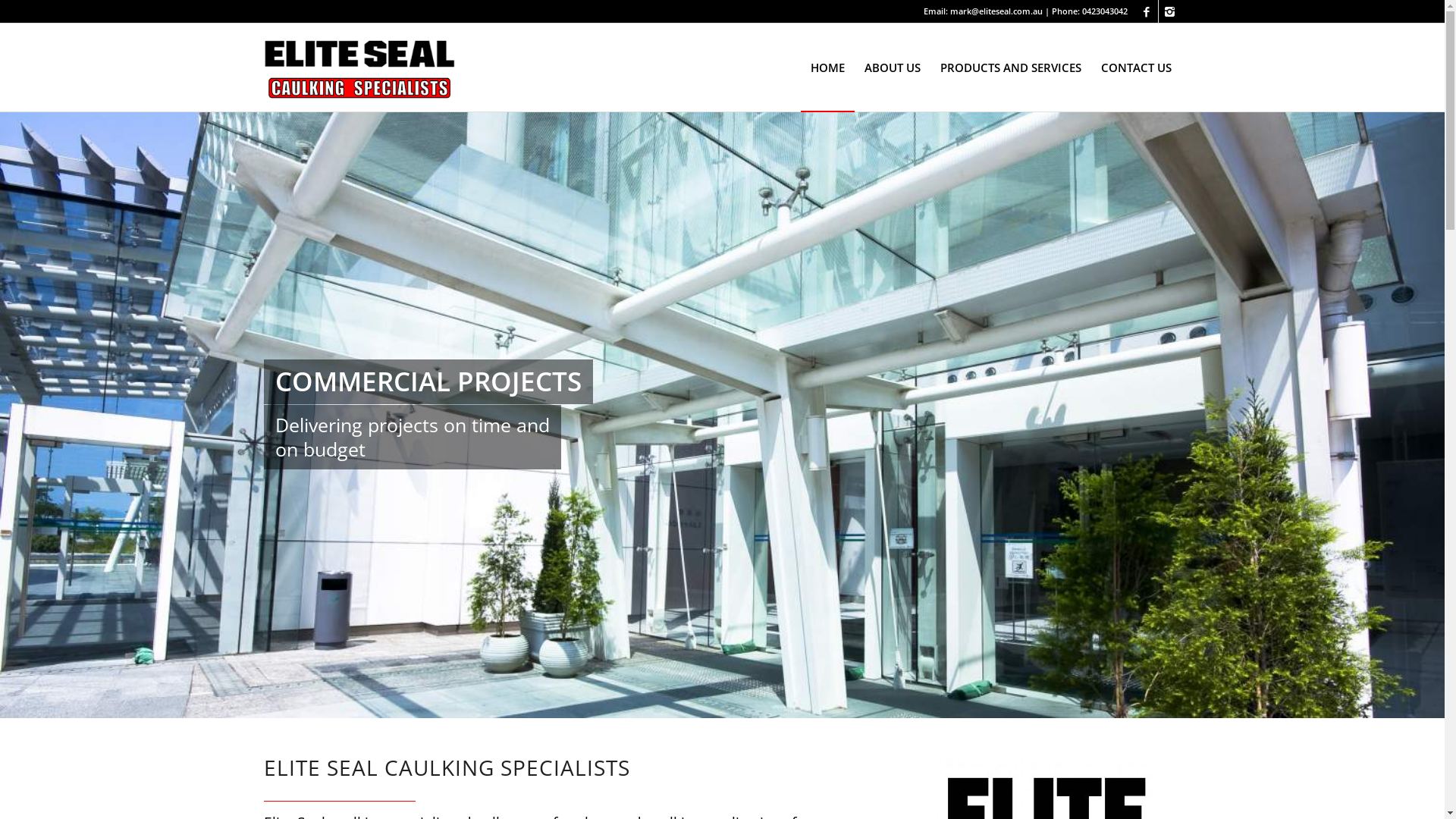  Describe the element at coordinates (1169, 11) in the screenshot. I see `'Instagram'` at that location.